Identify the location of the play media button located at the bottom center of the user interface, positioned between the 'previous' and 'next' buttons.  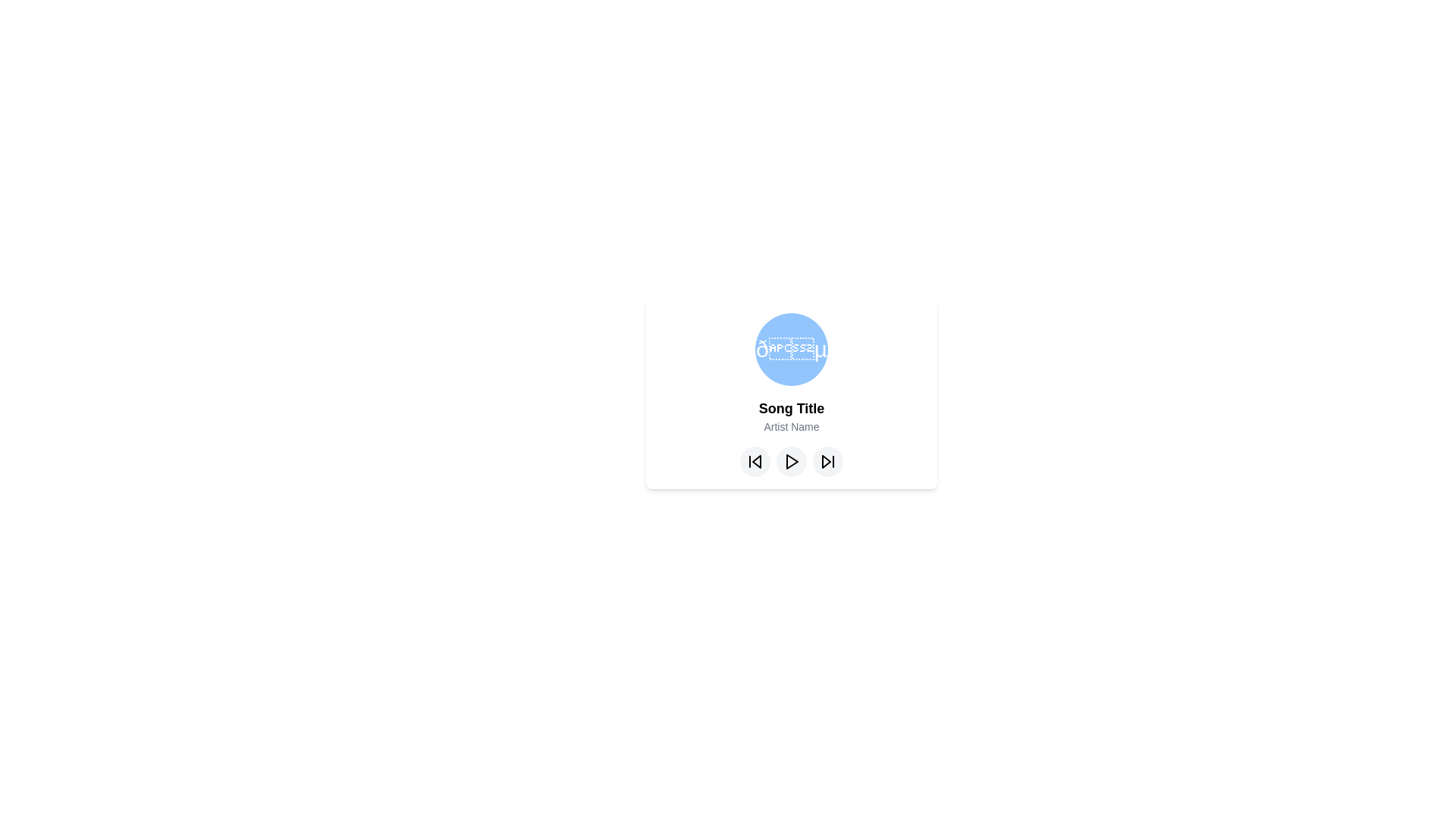
(790, 461).